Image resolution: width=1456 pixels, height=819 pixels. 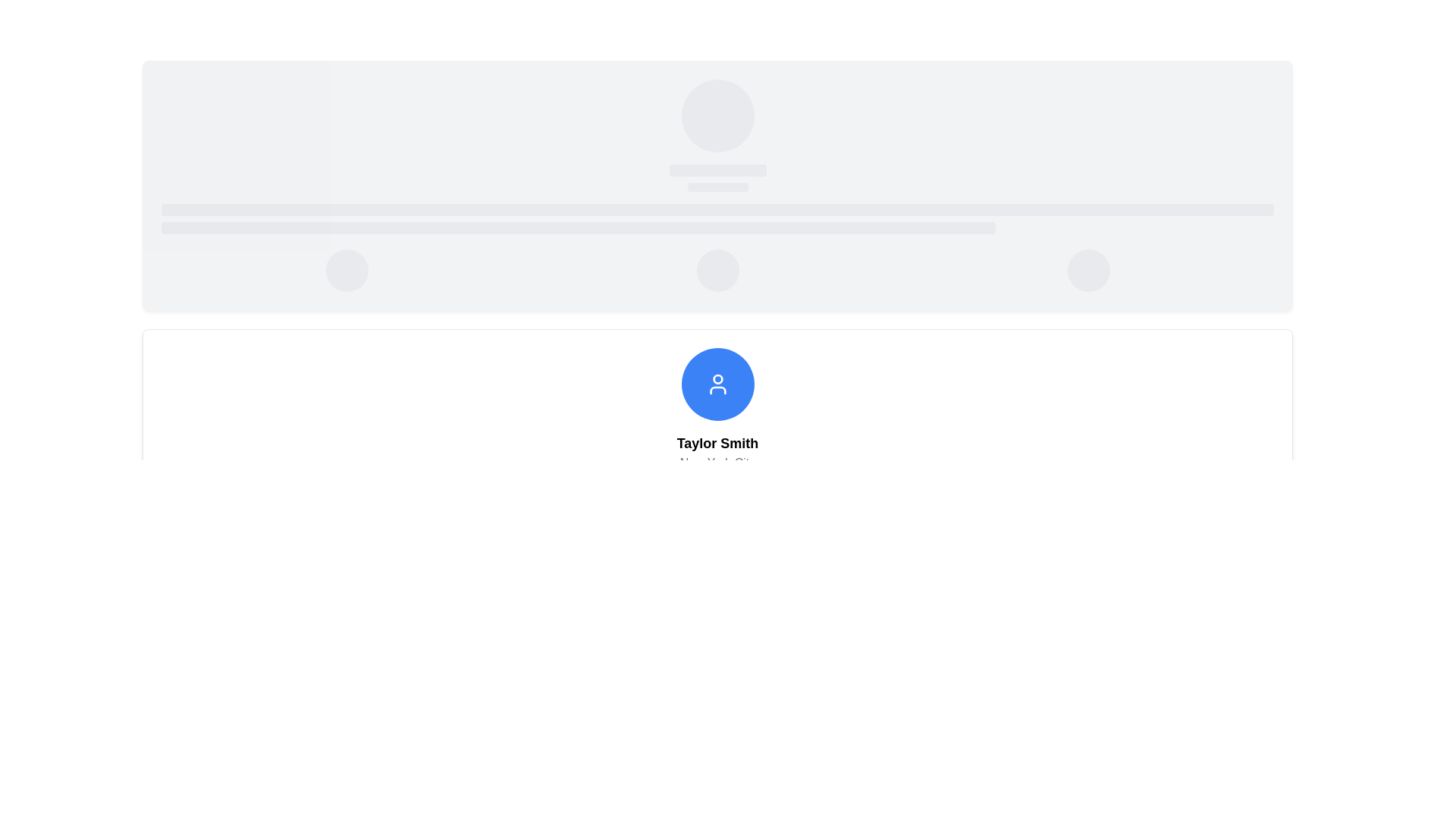 What do you see at coordinates (717, 270) in the screenshot?
I see `the middle circular element with a light gray background, which is part of a horizontally aligned group of three similar circular components` at bounding box center [717, 270].